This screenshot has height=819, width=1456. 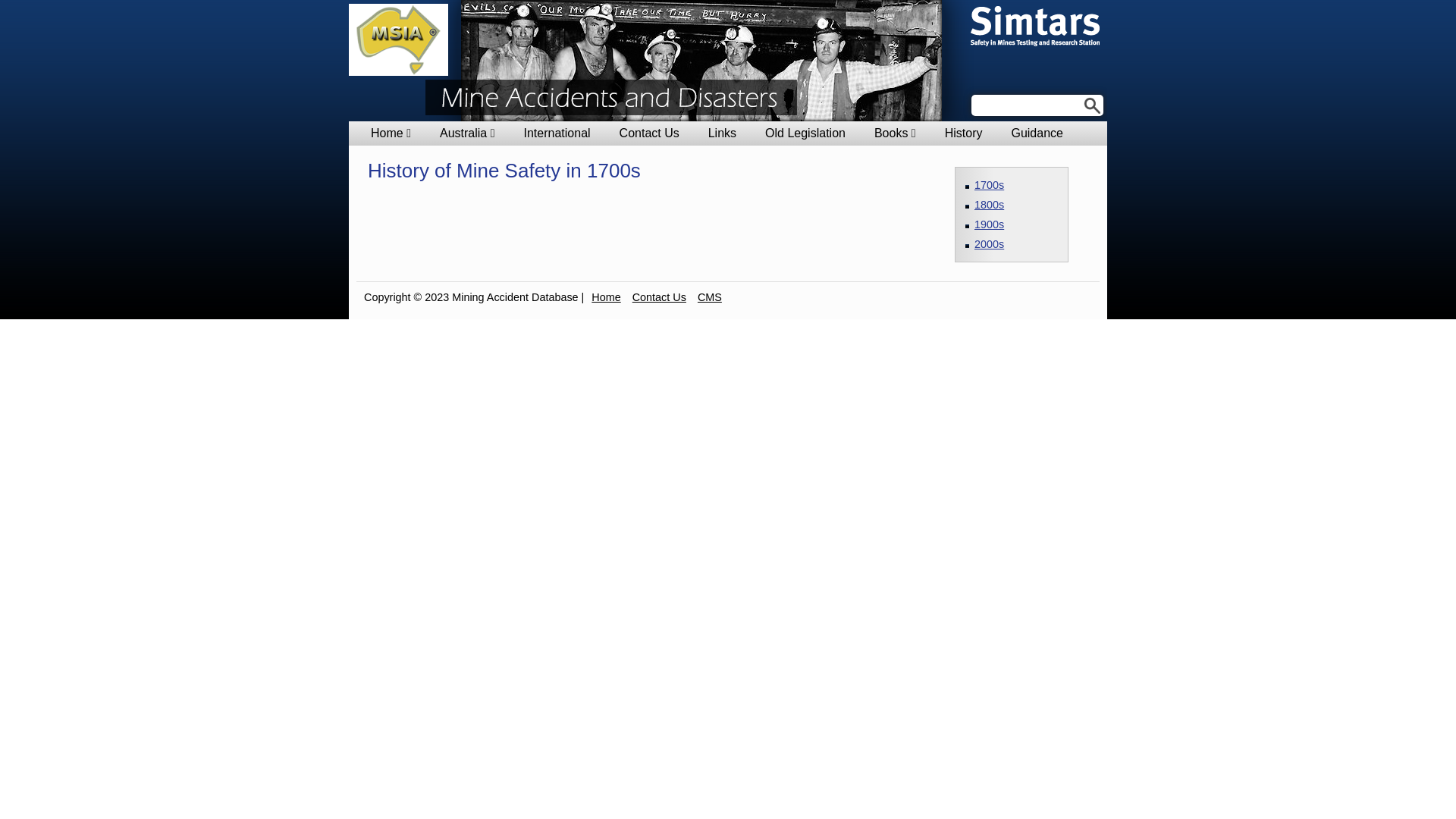 What do you see at coordinates (989, 243) in the screenshot?
I see `'2000s'` at bounding box center [989, 243].